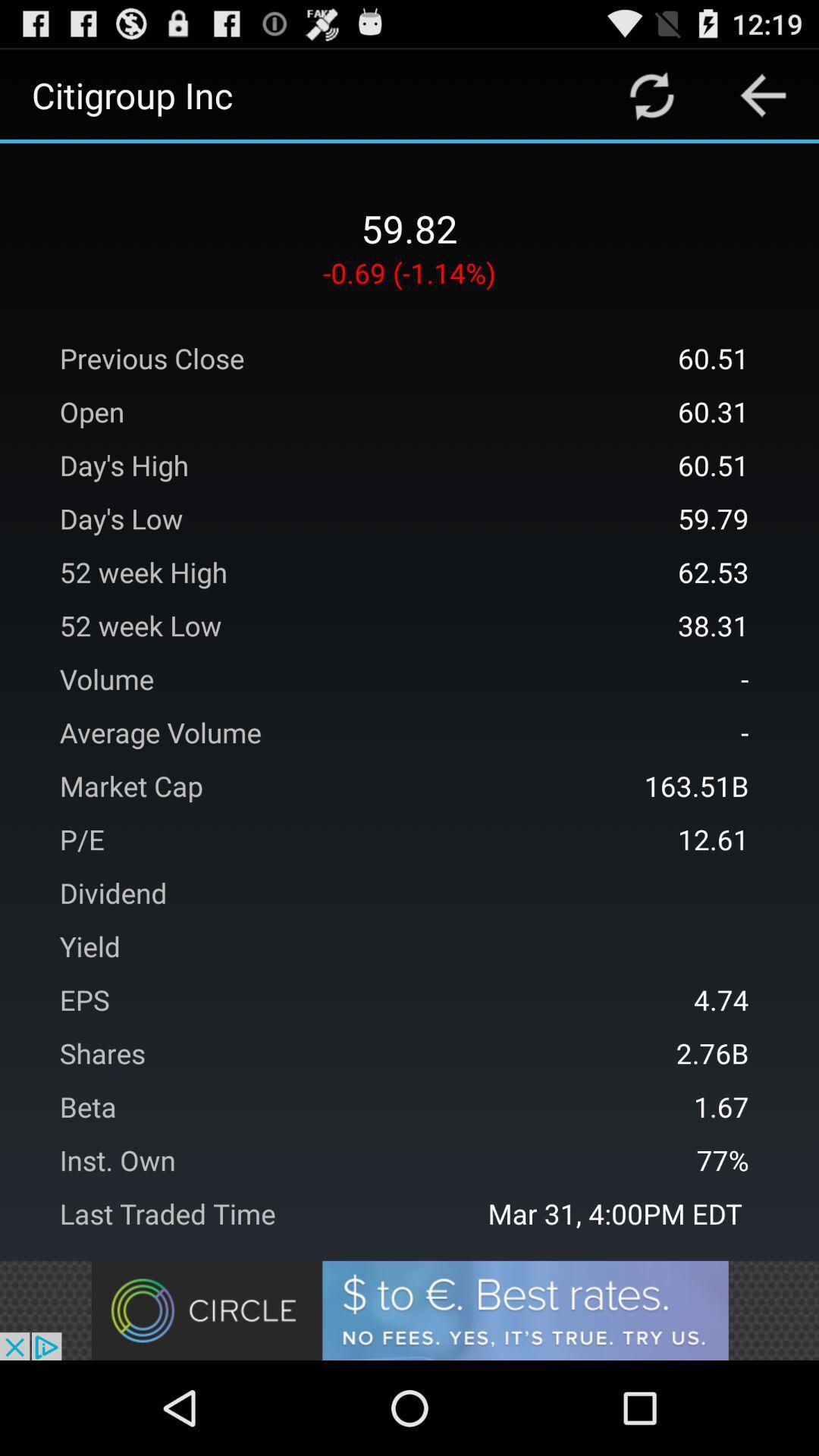  I want to click on adverstisment, so click(409, 1310).